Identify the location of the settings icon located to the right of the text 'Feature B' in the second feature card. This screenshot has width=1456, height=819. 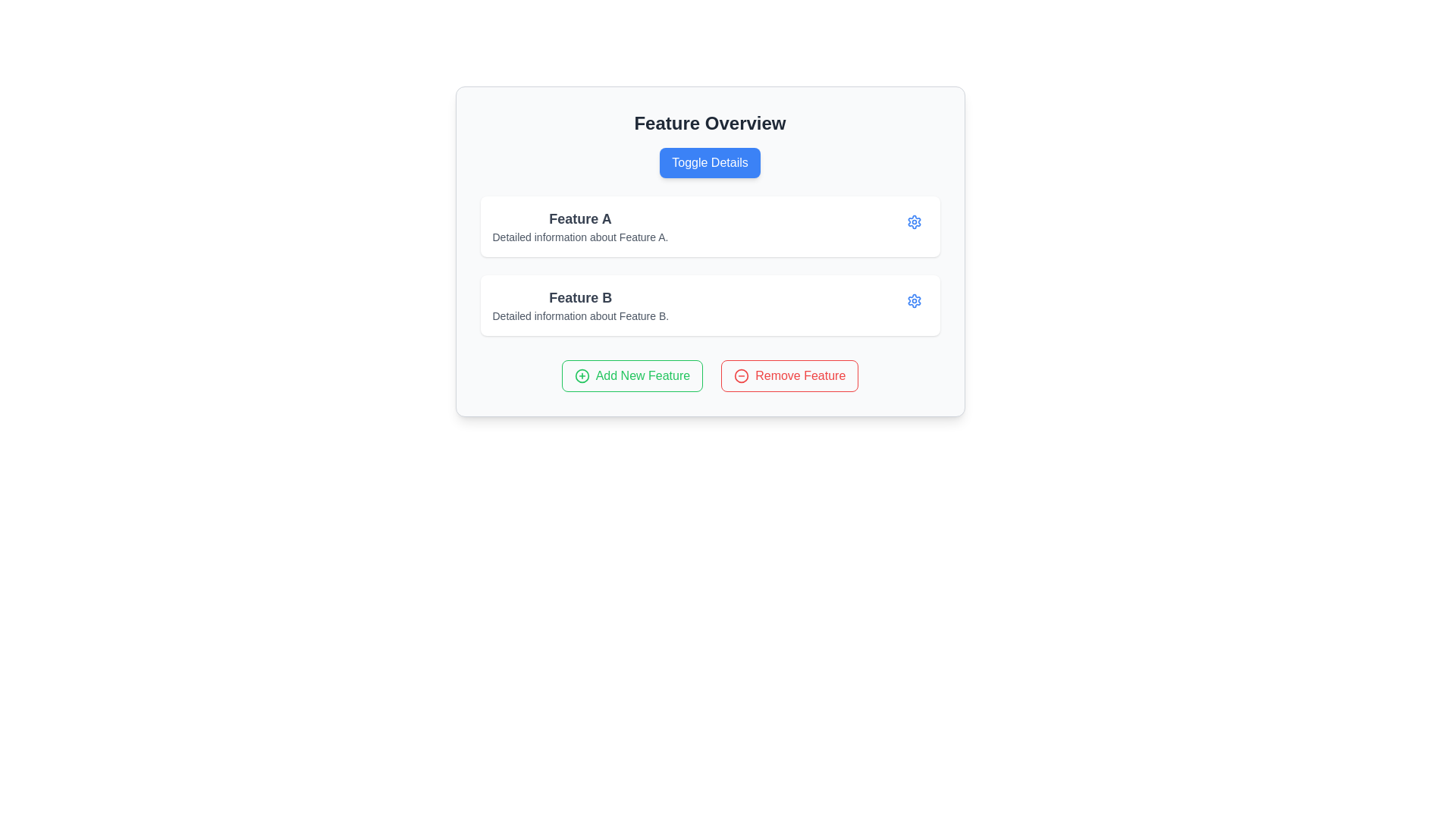
(913, 222).